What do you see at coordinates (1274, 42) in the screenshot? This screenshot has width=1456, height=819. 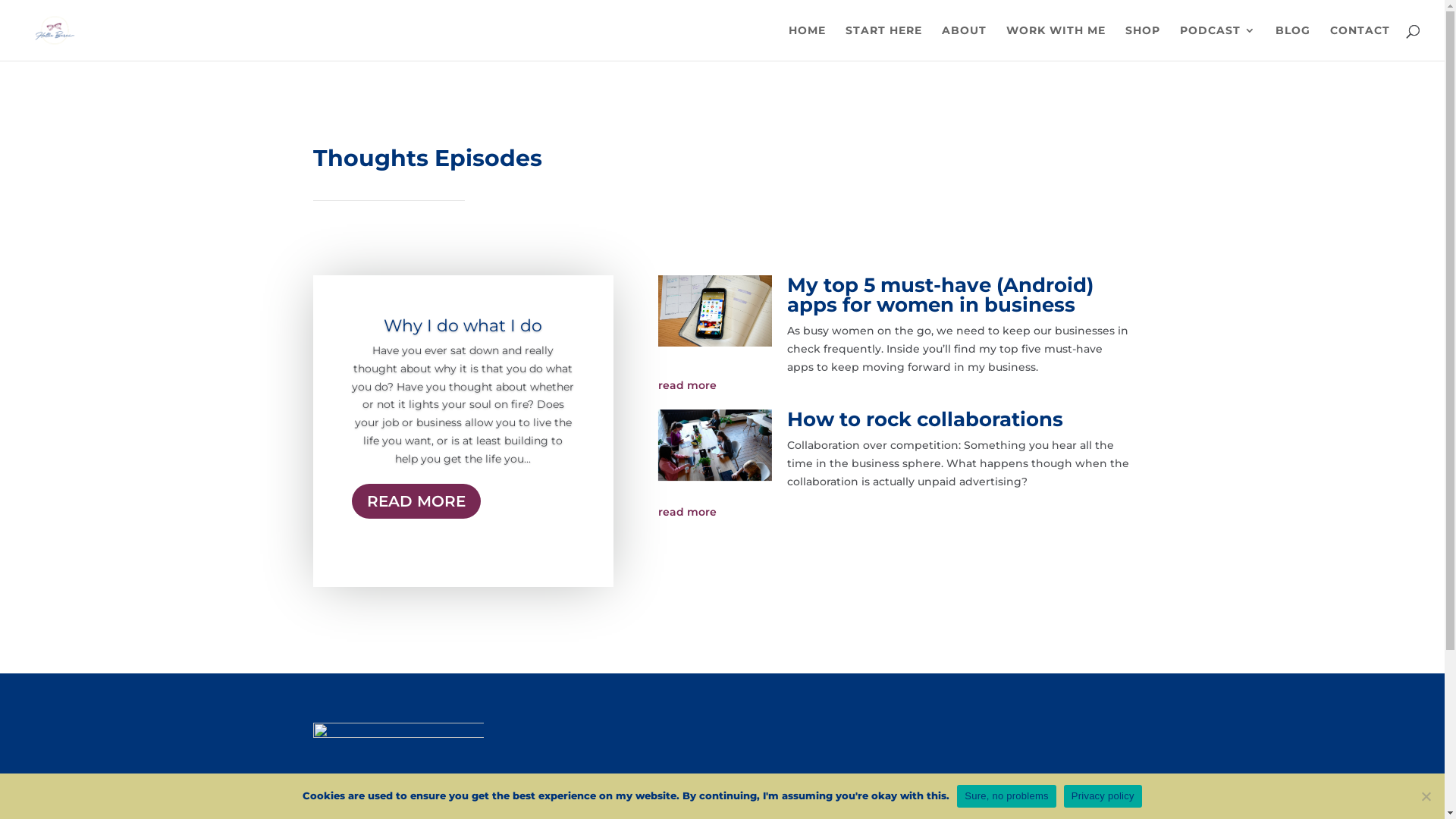 I see `'BLOG'` at bounding box center [1274, 42].